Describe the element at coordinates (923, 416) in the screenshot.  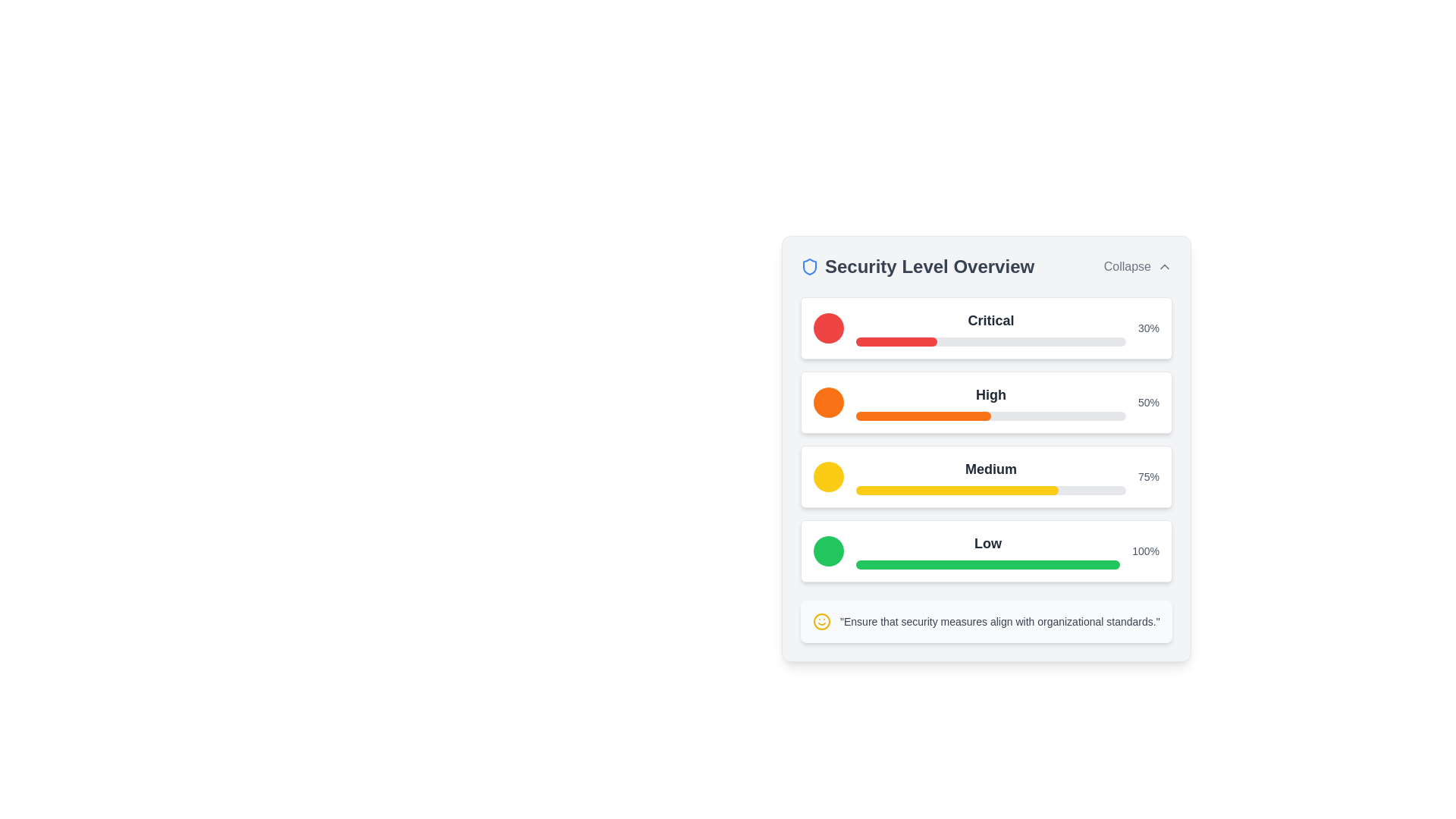
I see `the 'High' security level progress bar segment, which visually represents a 50% completion in the 'Security Level Overview' interface card` at that location.